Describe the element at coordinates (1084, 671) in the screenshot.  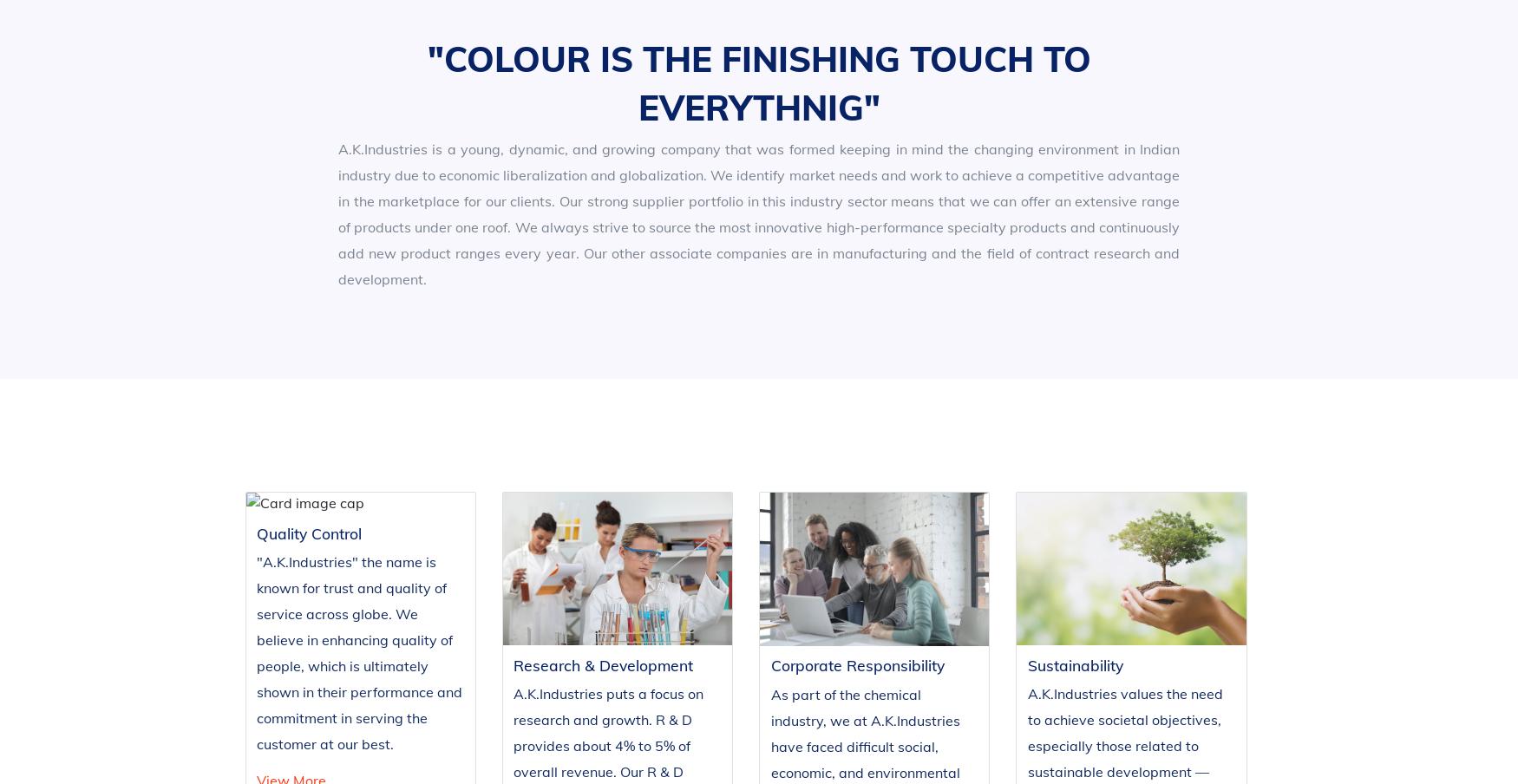
I see `'Phase-III G.I.D.C.'` at that location.